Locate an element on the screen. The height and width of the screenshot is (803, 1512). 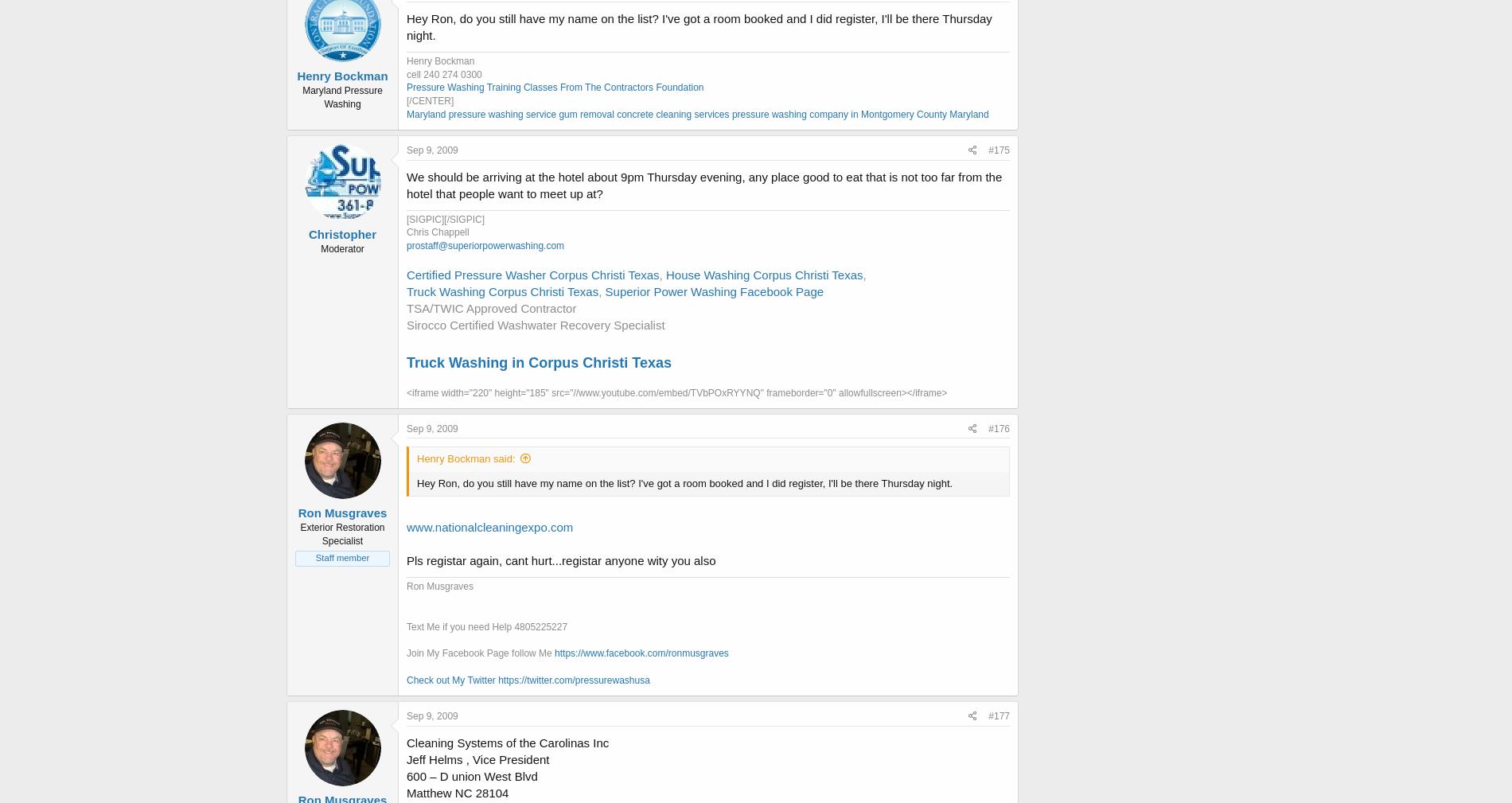
'#176' is located at coordinates (998, 427).